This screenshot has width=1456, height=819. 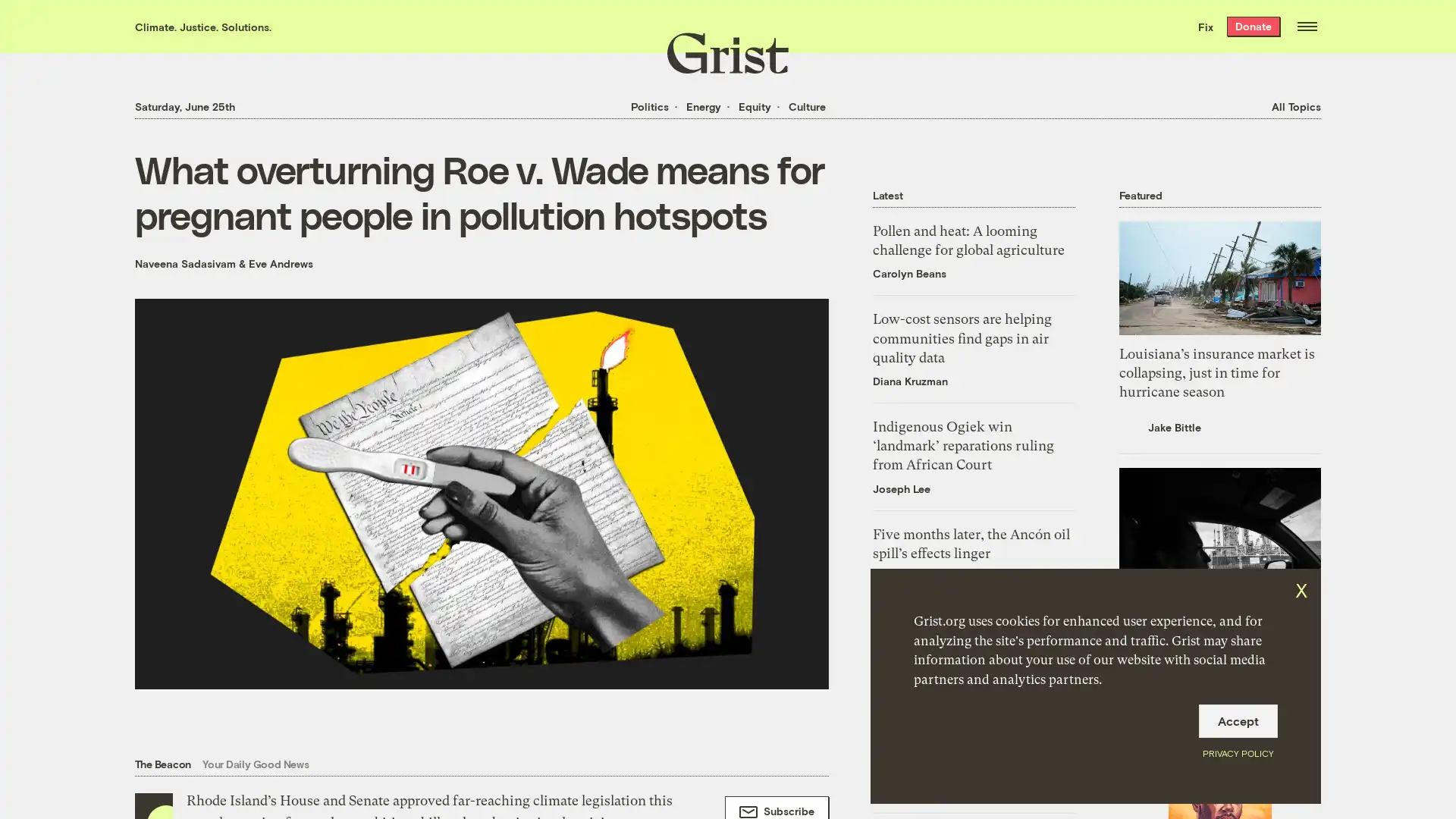 What do you see at coordinates (1306, 26) in the screenshot?
I see `Open menu` at bounding box center [1306, 26].